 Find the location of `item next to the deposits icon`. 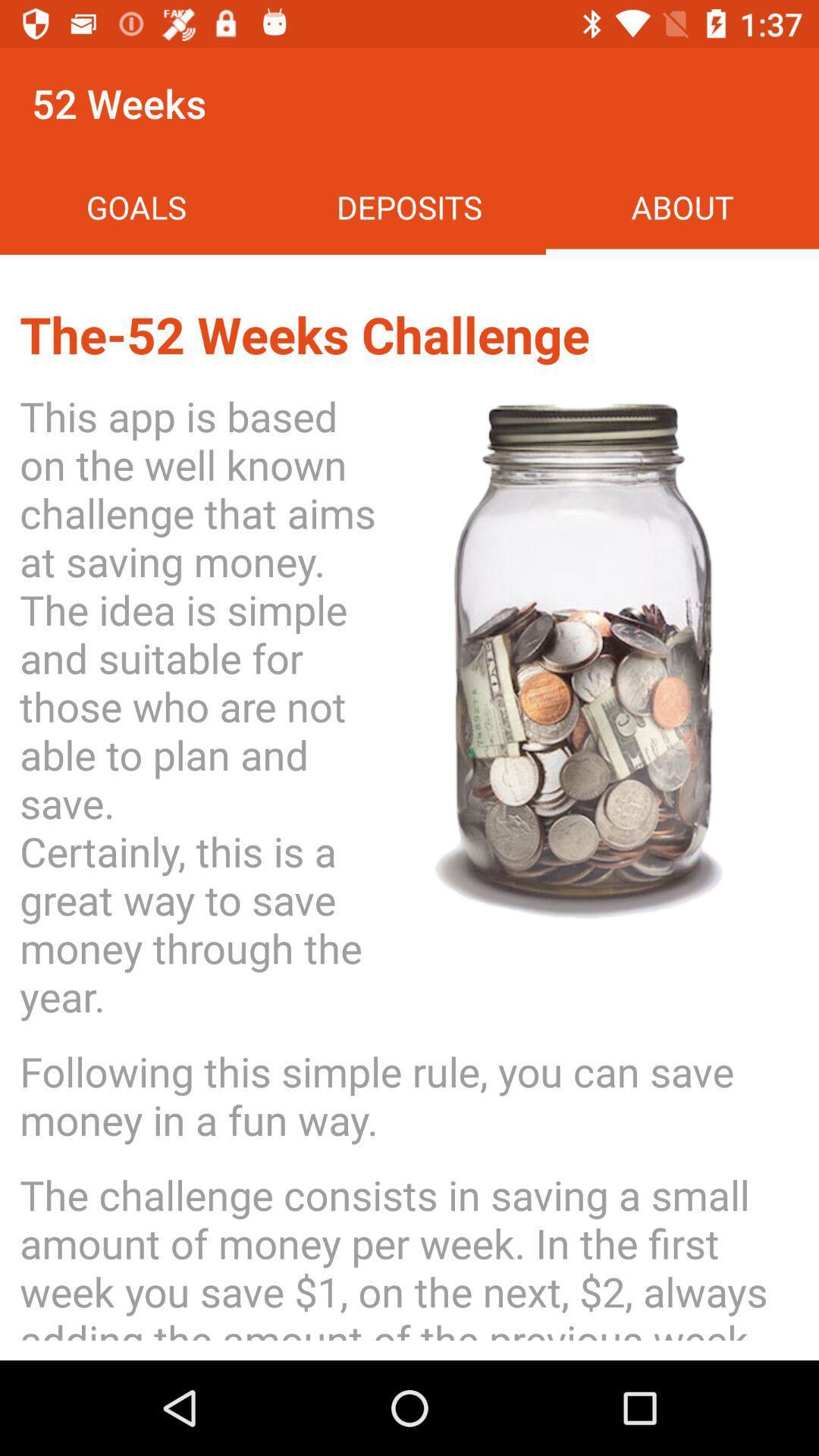

item next to the deposits icon is located at coordinates (681, 206).